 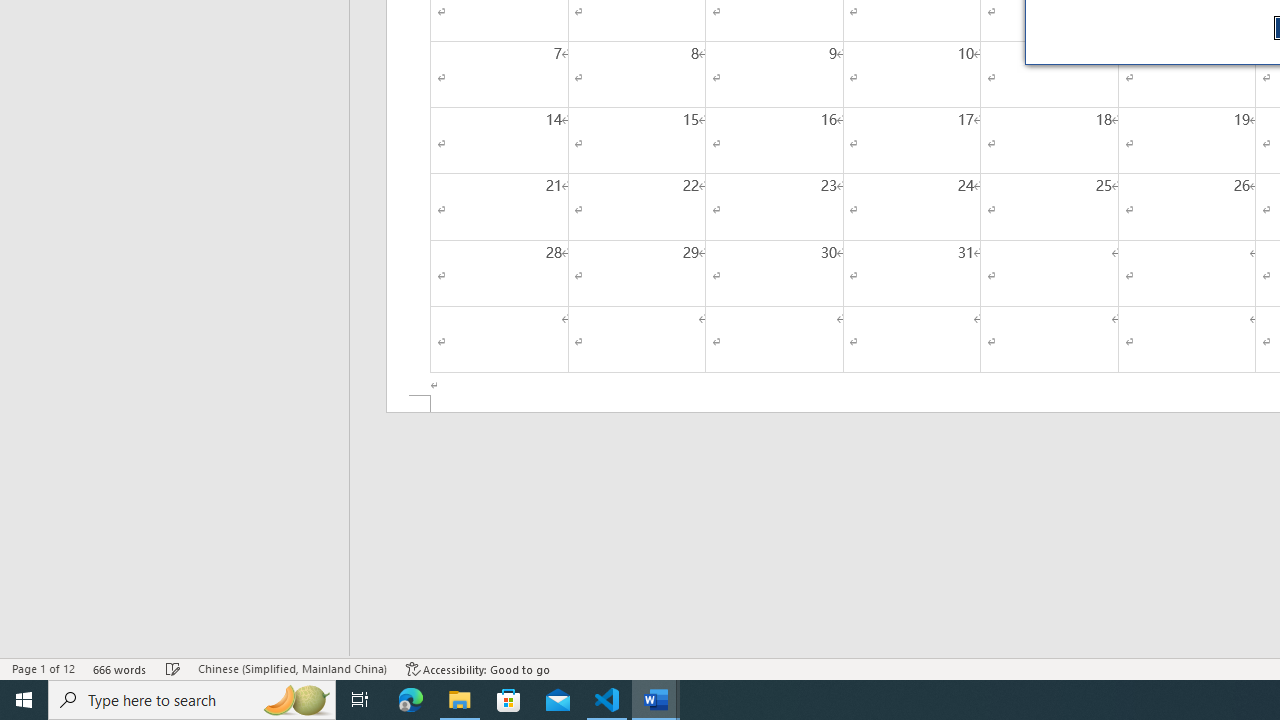 I want to click on 'Spelling and Grammar Check Checking', so click(x=173, y=669).